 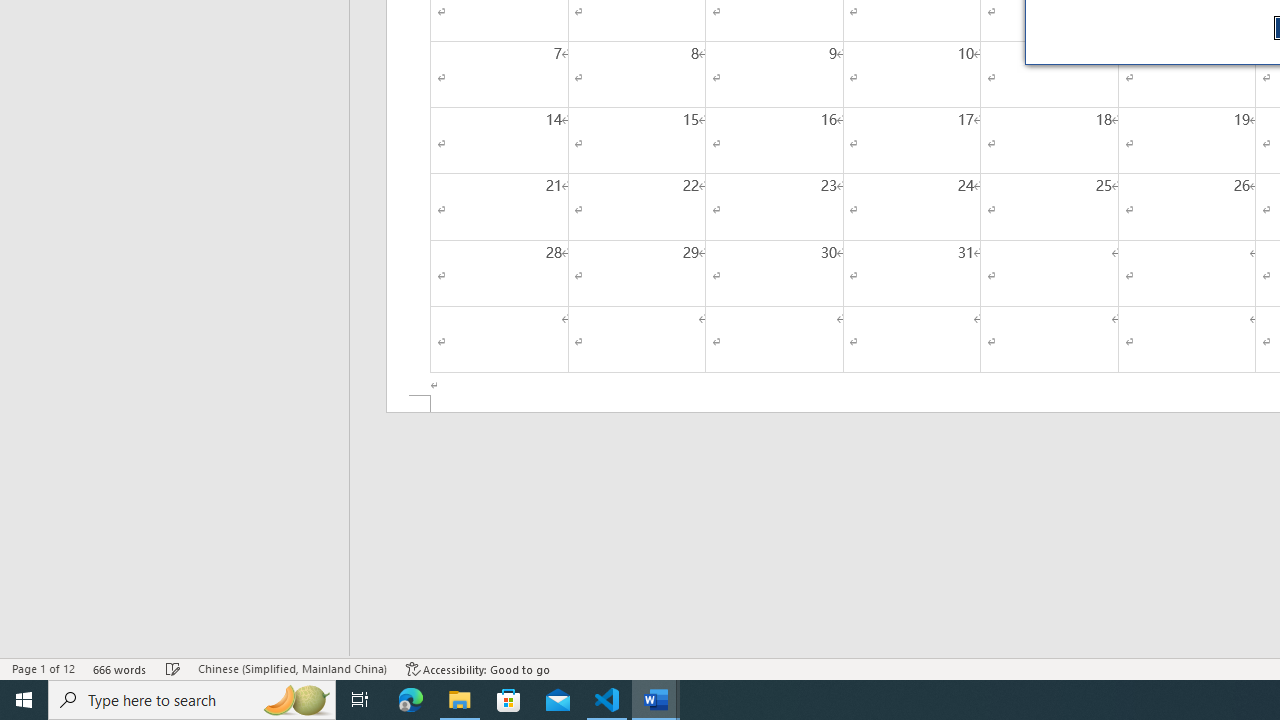 I want to click on 'Spelling and Grammar Check Checking', so click(x=173, y=669).